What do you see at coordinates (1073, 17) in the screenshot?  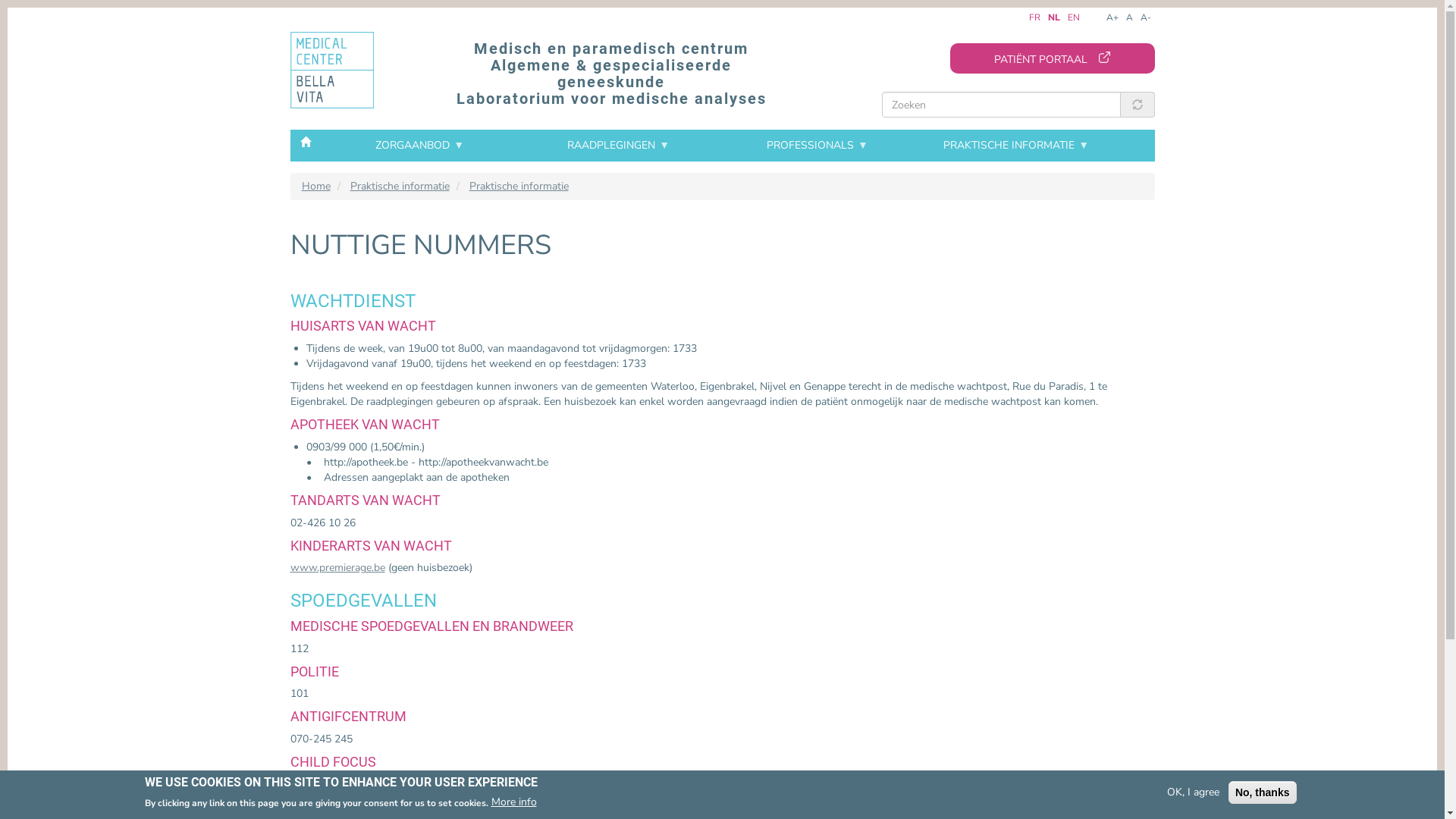 I see `'EN'` at bounding box center [1073, 17].